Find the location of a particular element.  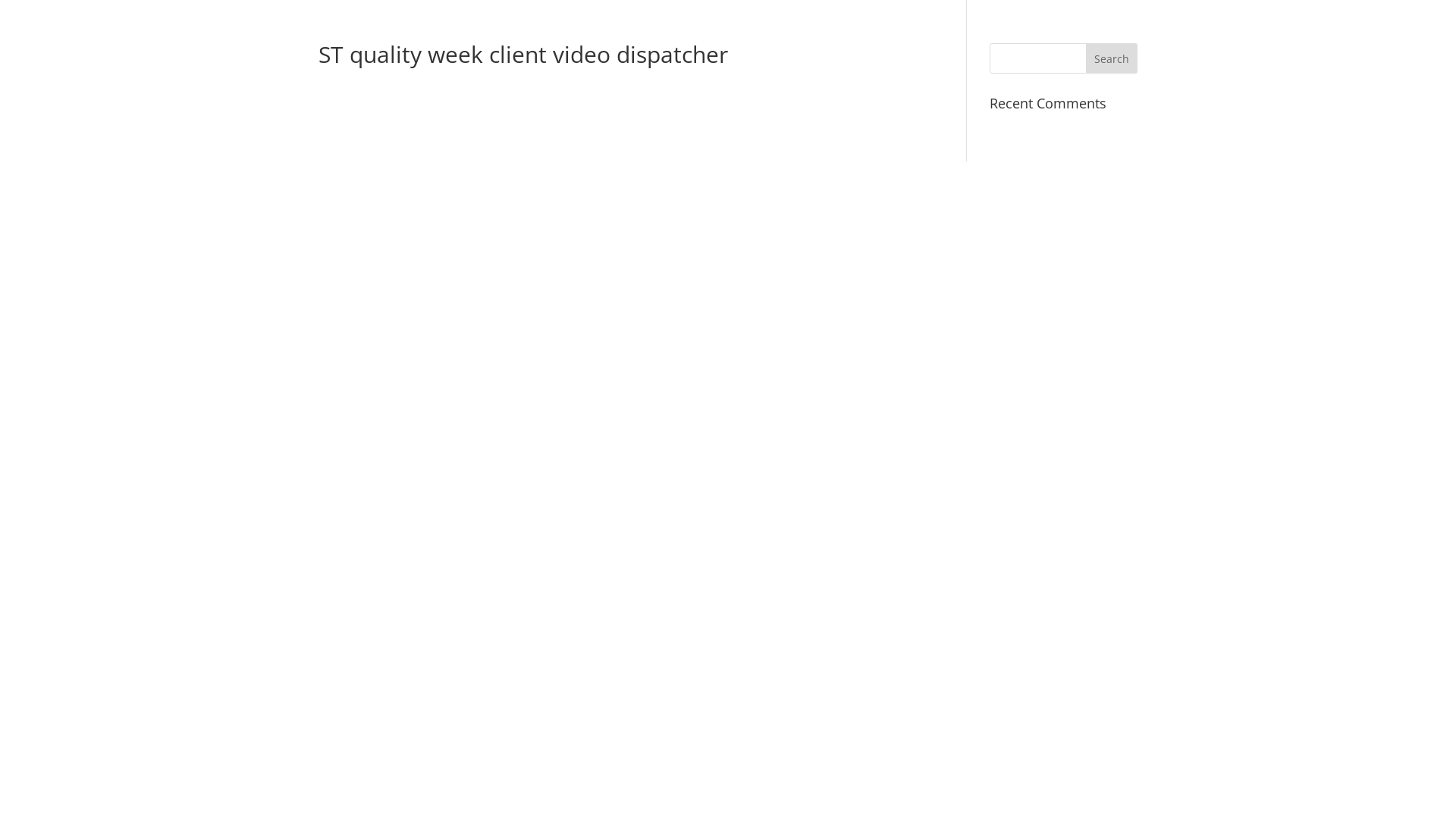

'Search' is located at coordinates (1111, 58).